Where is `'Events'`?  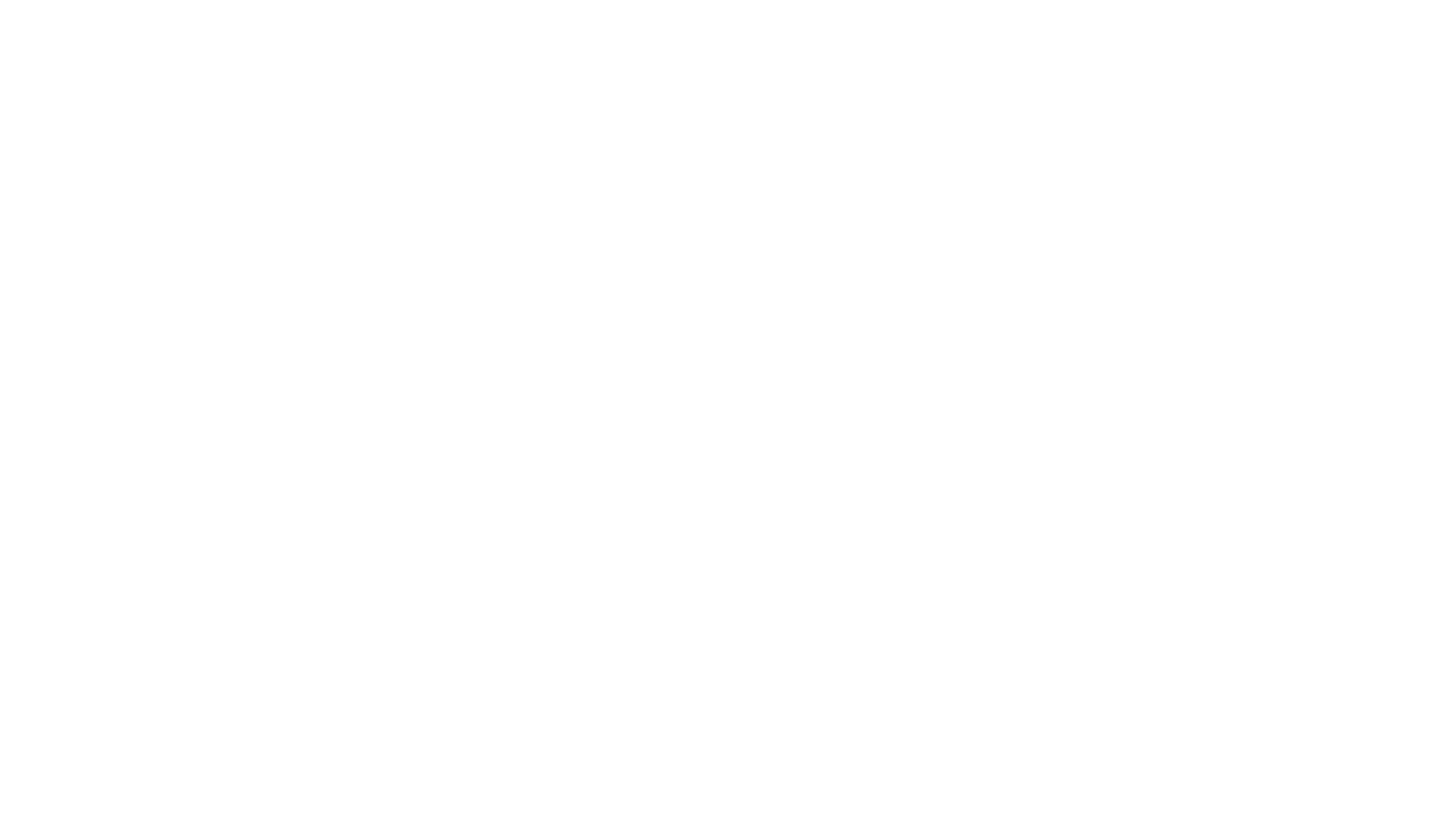
'Events' is located at coordinates (897, 35).